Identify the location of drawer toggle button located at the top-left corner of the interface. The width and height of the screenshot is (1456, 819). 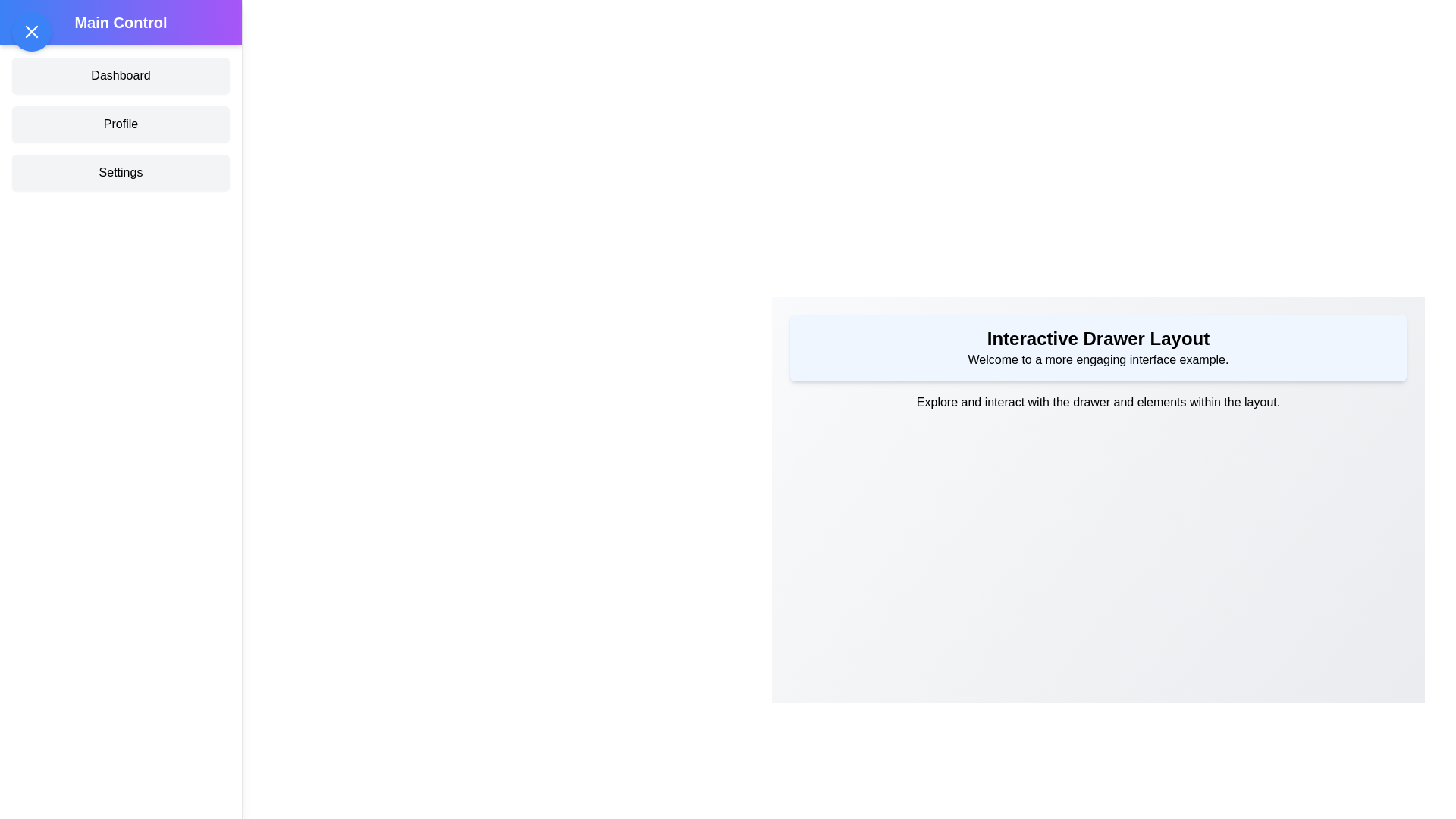
(32, 32).